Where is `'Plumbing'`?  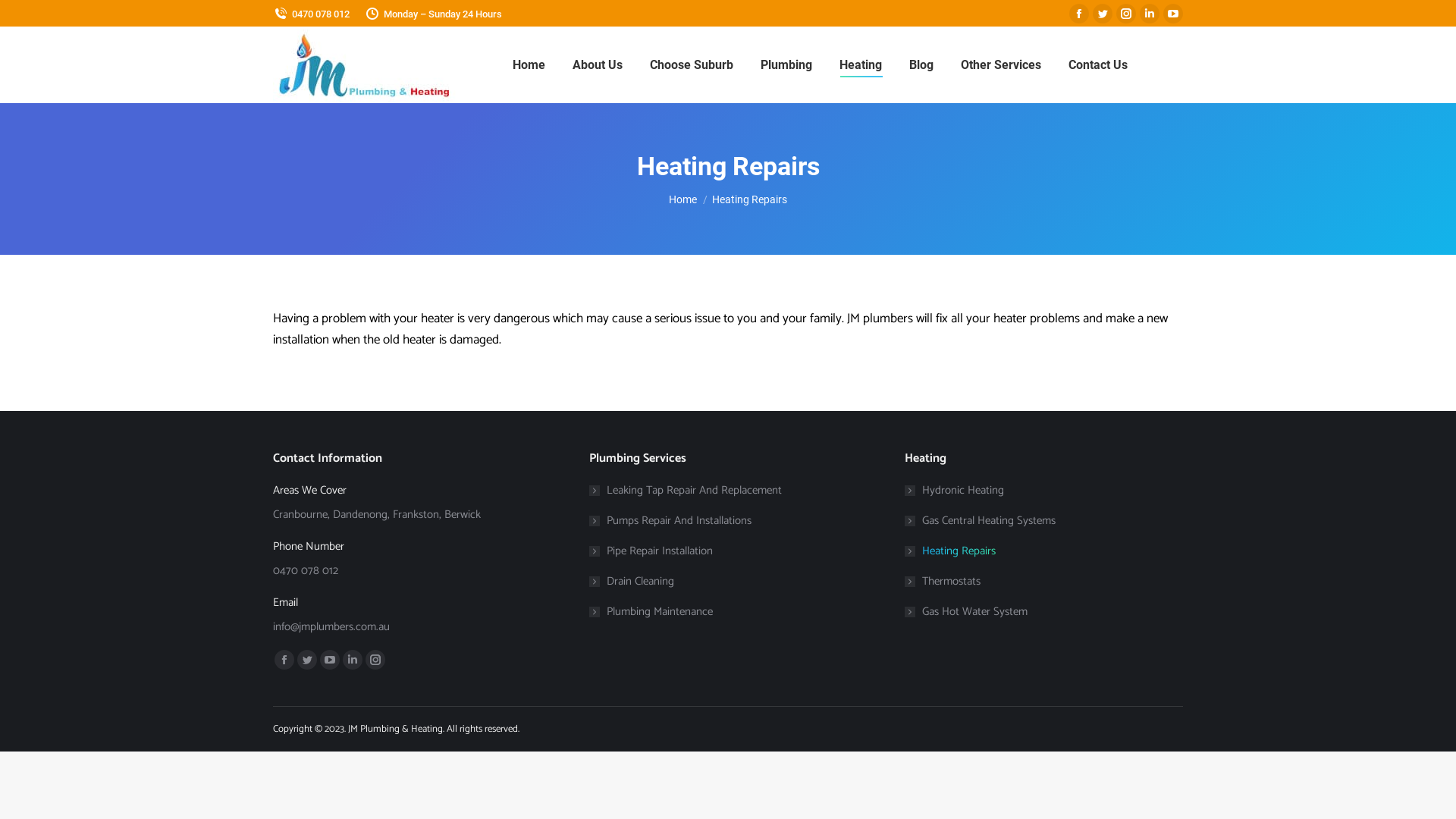
'Plumbing' is located at coordinates (786, 64).